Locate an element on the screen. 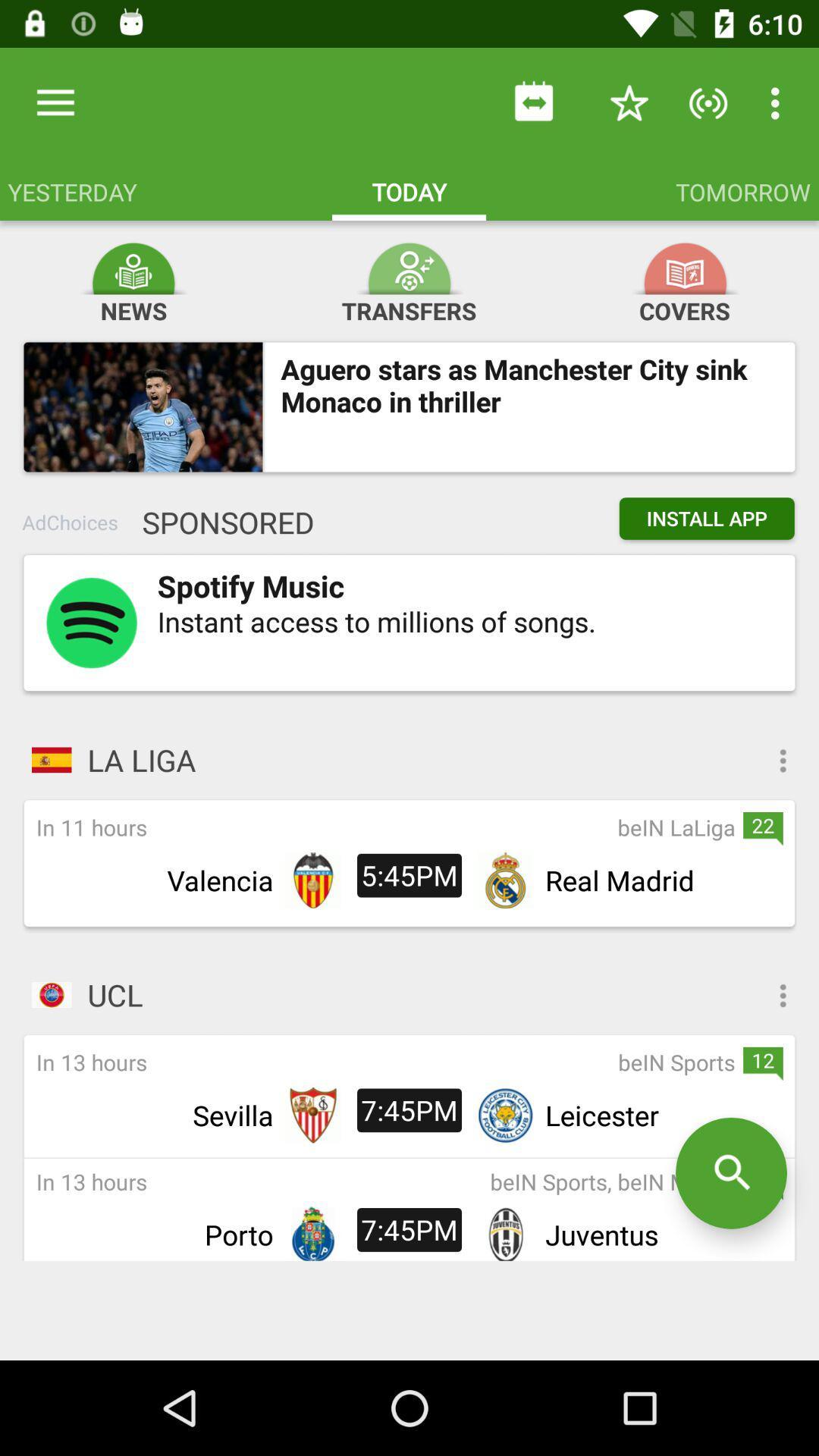  the search icon is located at coordinates (730, 1172).